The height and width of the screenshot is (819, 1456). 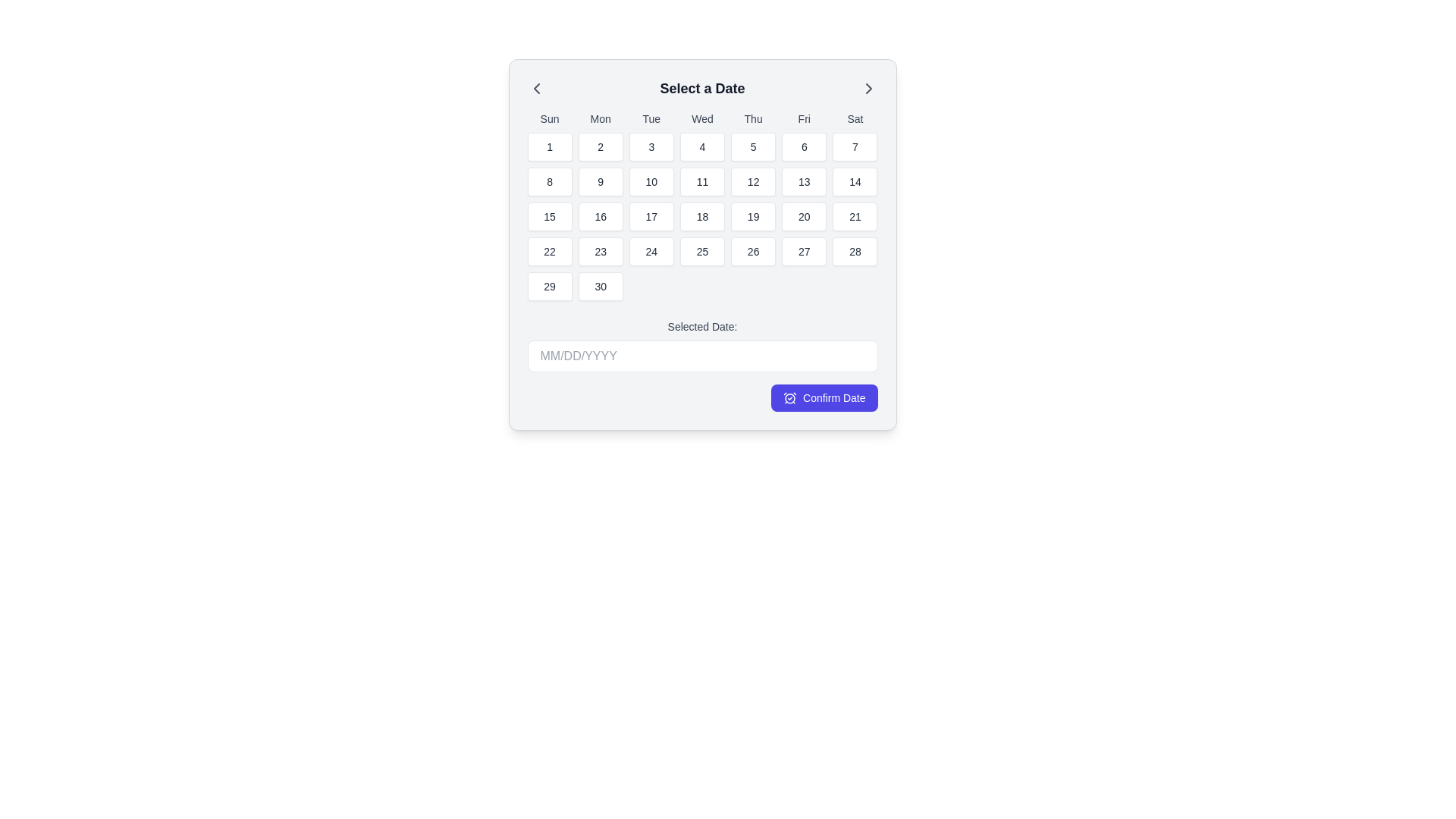 I want to click on the button with a white background and rounded border labeled '30' in the calendar grid under 'Select a Date', so click(x=600, y=287).